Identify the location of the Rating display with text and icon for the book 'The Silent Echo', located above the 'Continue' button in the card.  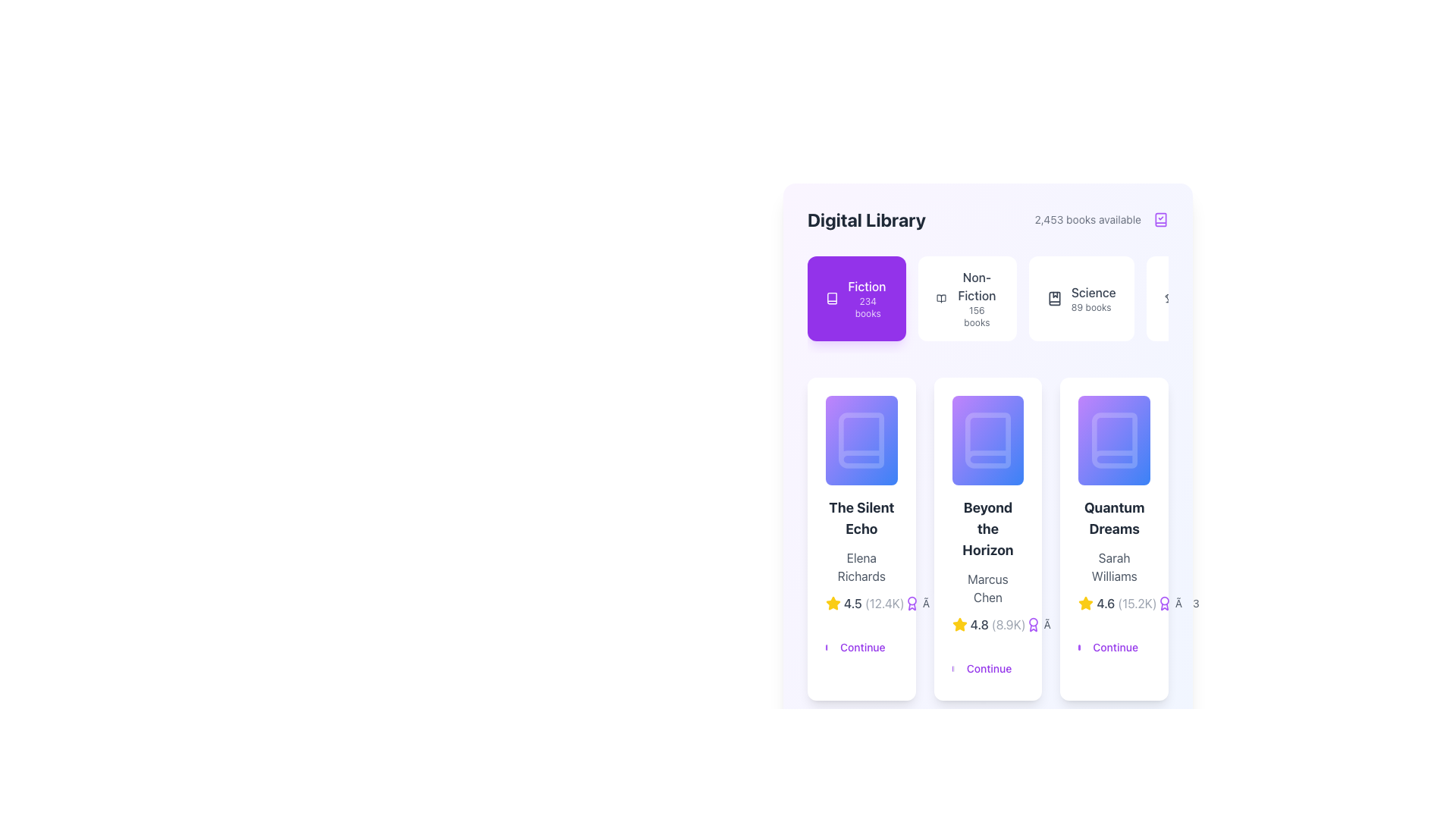
(861, 603).